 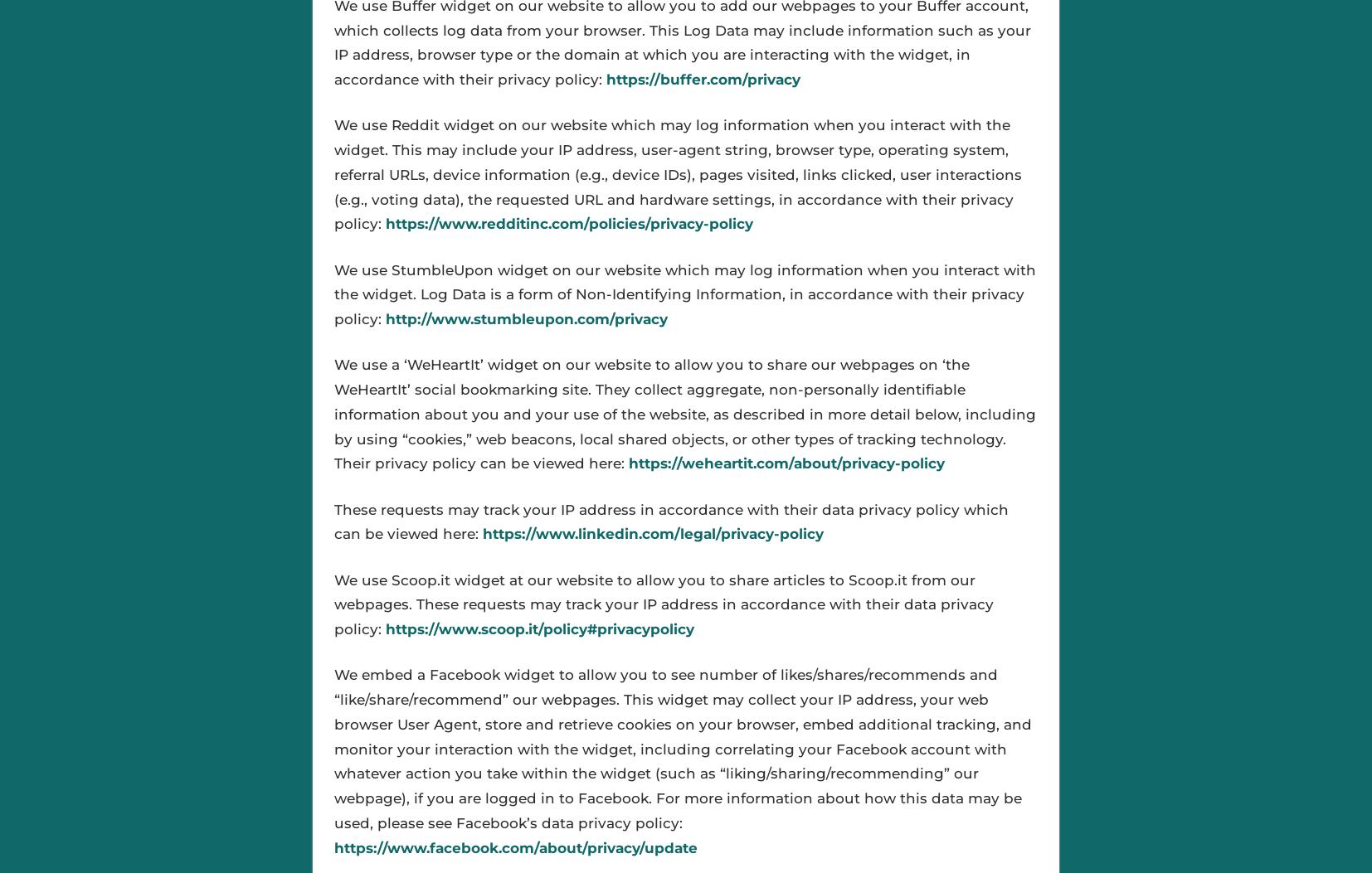 What do you see at coordinates (677, 174) in the screenshot?
I see `'We use Reddit widget on our website which may log information when you interact with the widget. This may include your IP address, user-agent string, browser type, operating system, referral URLs, device information (e.g., device IDs), pages visited, links clicked, user interactions (e.g., voting data), the requested URL and hardware settings, in accordance with their privacy policy:'` at bounding box center [677, 174].